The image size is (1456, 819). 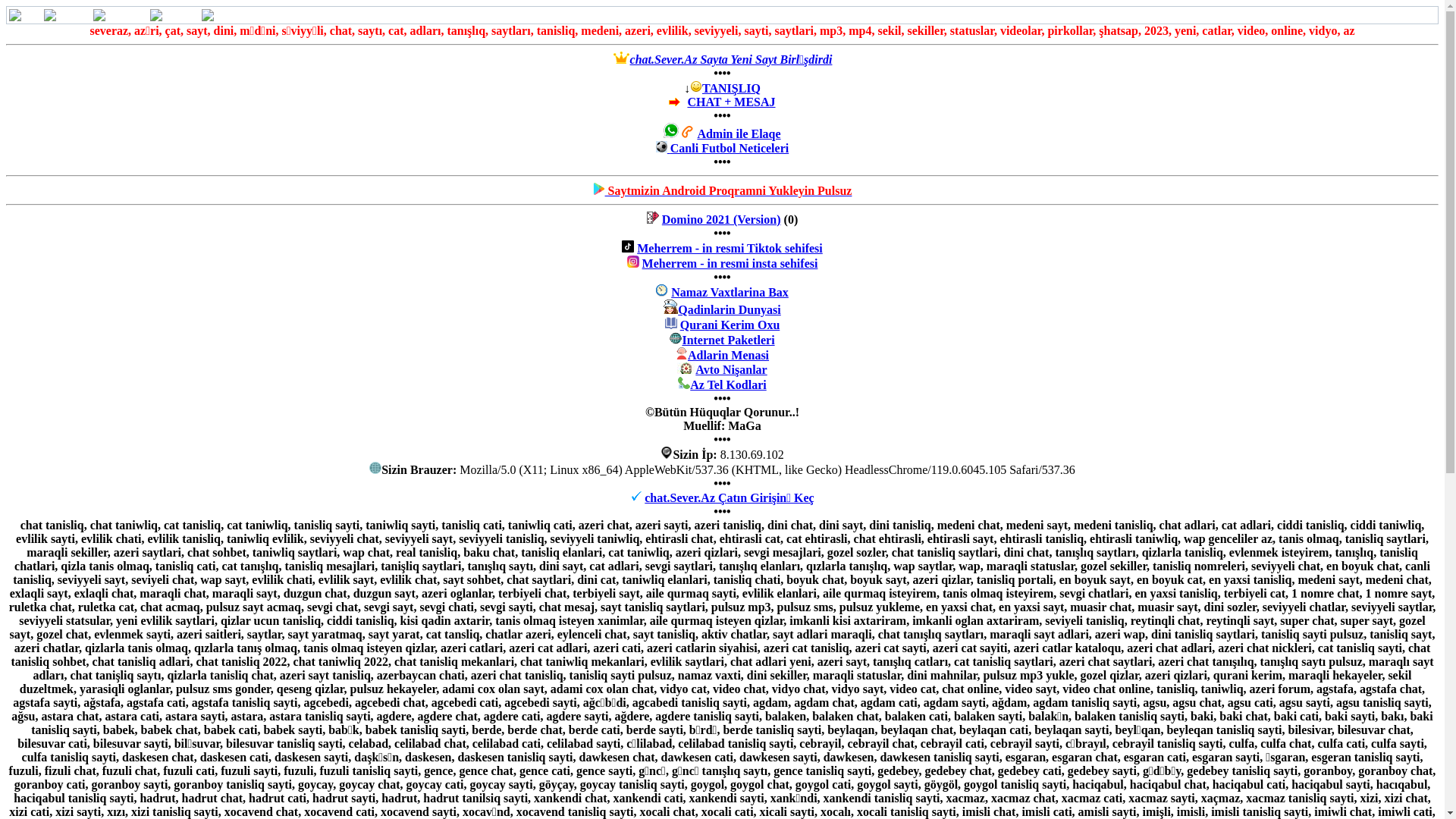 What do you see at coordinates (728, 190) in the screenshot?
I see `'Saytmizin Android Proqramni Yukleyin Pulsuz'` at bounding box center [728, 190].